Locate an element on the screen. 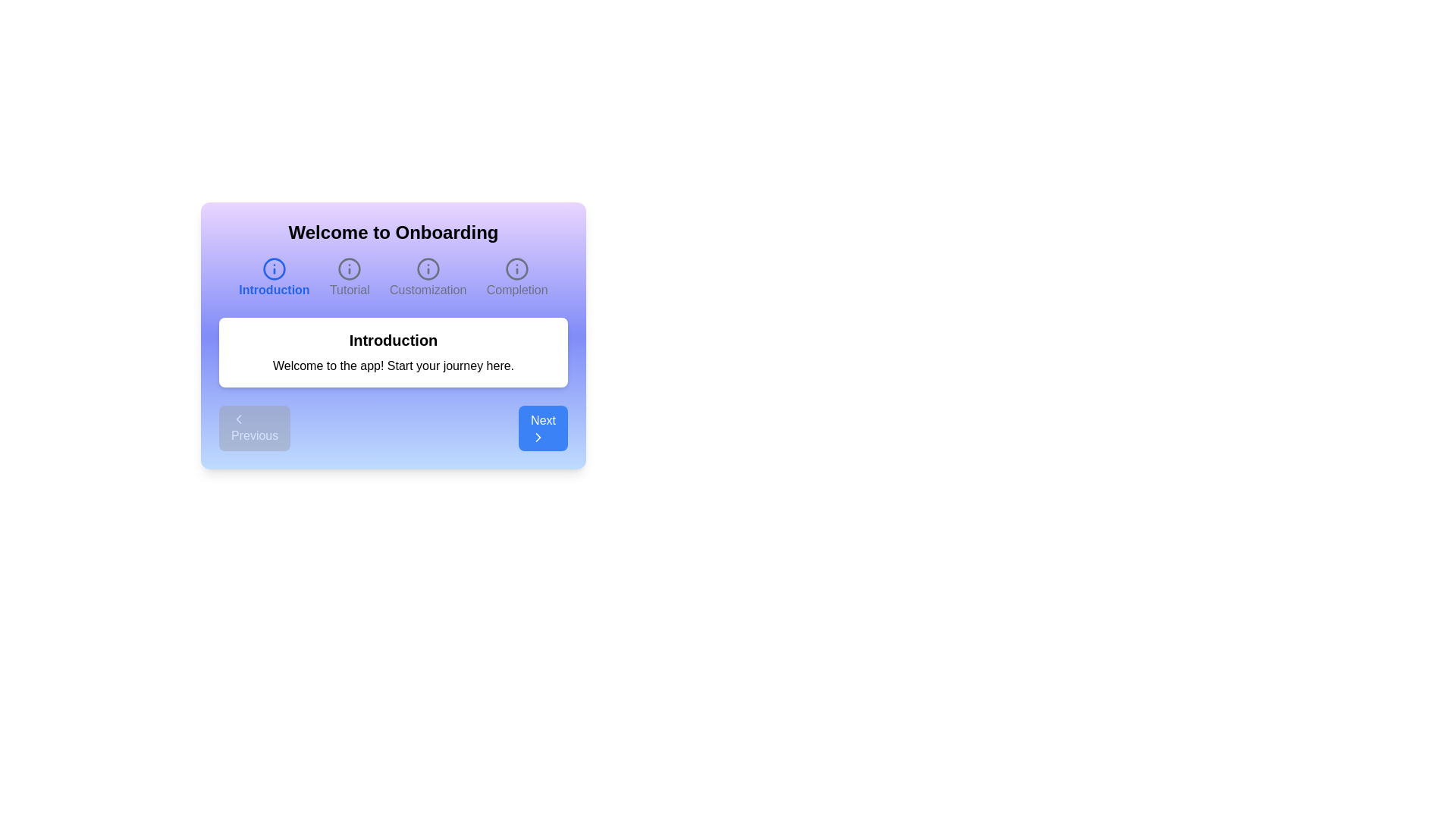 The height and width of the screenshot is (819, 1456). the Informational panel that introduces the user to the application, located centrally below the navigation steps and above the 'Previous' and 'Next' buttons is located at coordinates (393, 353).